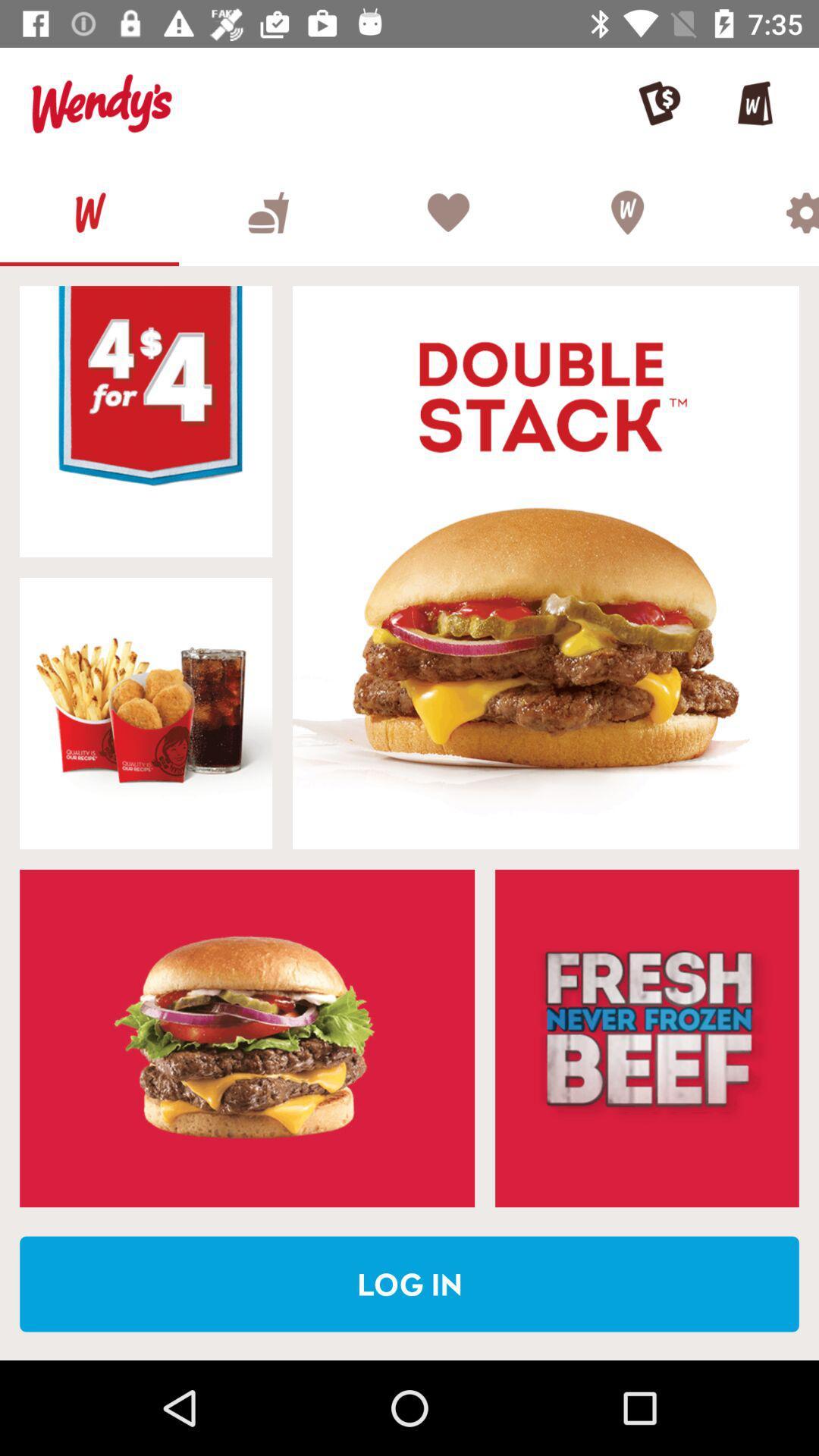 The height and width of the screenshot is (1456, 819). I want to click on choose the selected advertisement, so click(146, 712).